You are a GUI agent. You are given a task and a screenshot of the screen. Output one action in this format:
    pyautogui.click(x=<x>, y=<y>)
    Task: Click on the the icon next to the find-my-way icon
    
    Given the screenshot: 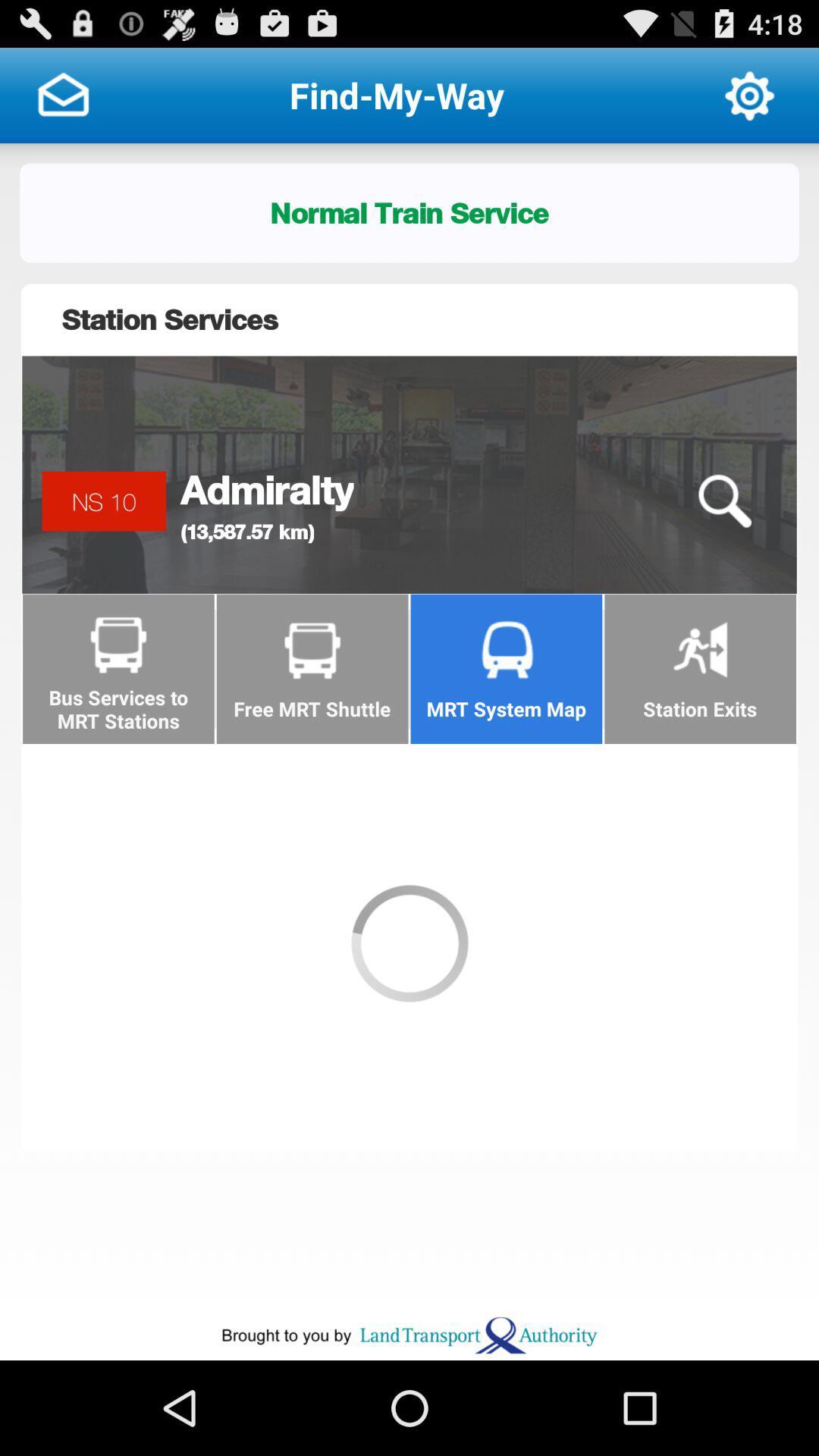 What is the action you would take?
    pyautogui.click(x=62, y=94)
    